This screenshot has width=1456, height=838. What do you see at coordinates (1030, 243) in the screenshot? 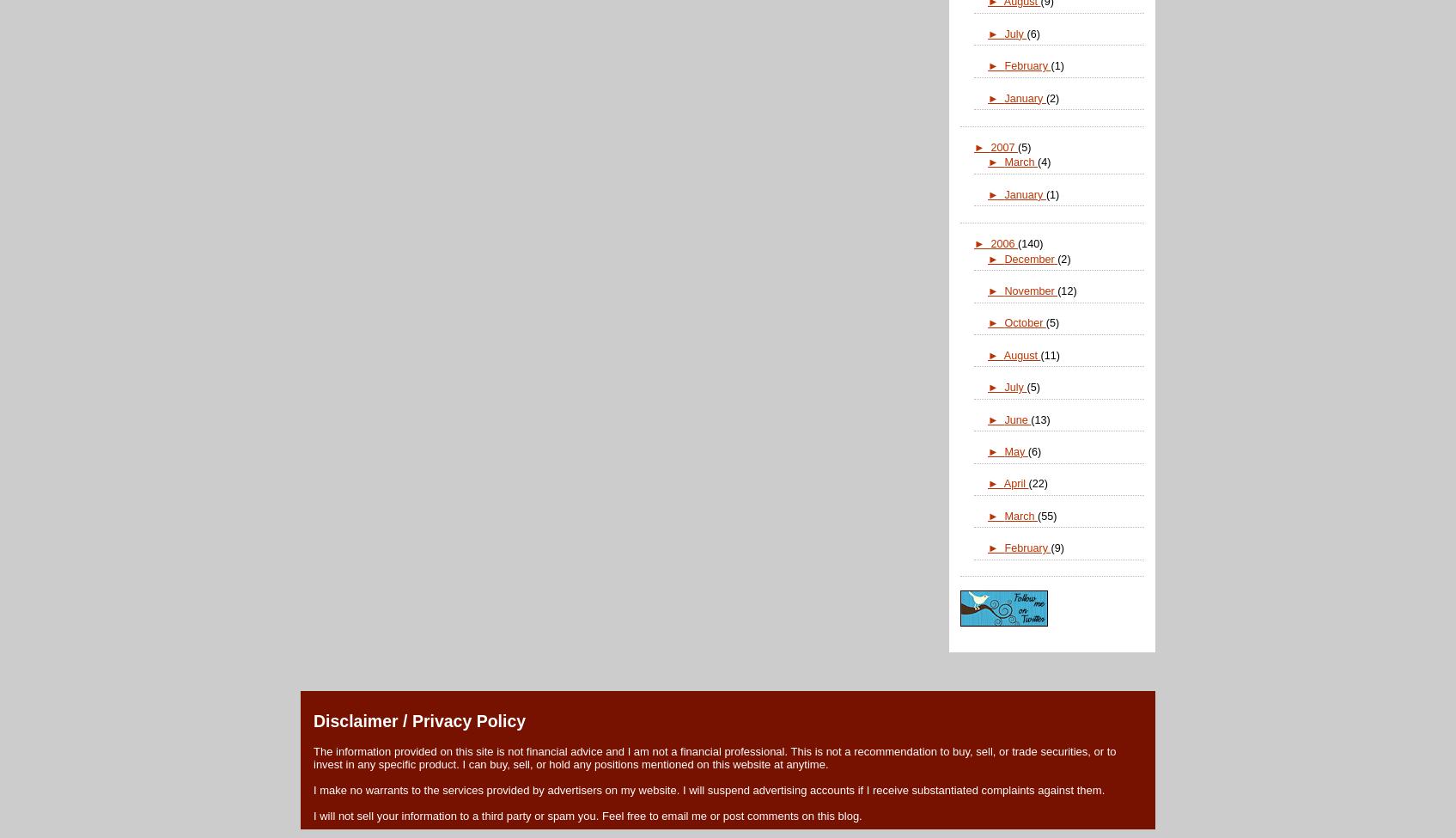
I see `'(140)'` at bounding box center [1030, 243].